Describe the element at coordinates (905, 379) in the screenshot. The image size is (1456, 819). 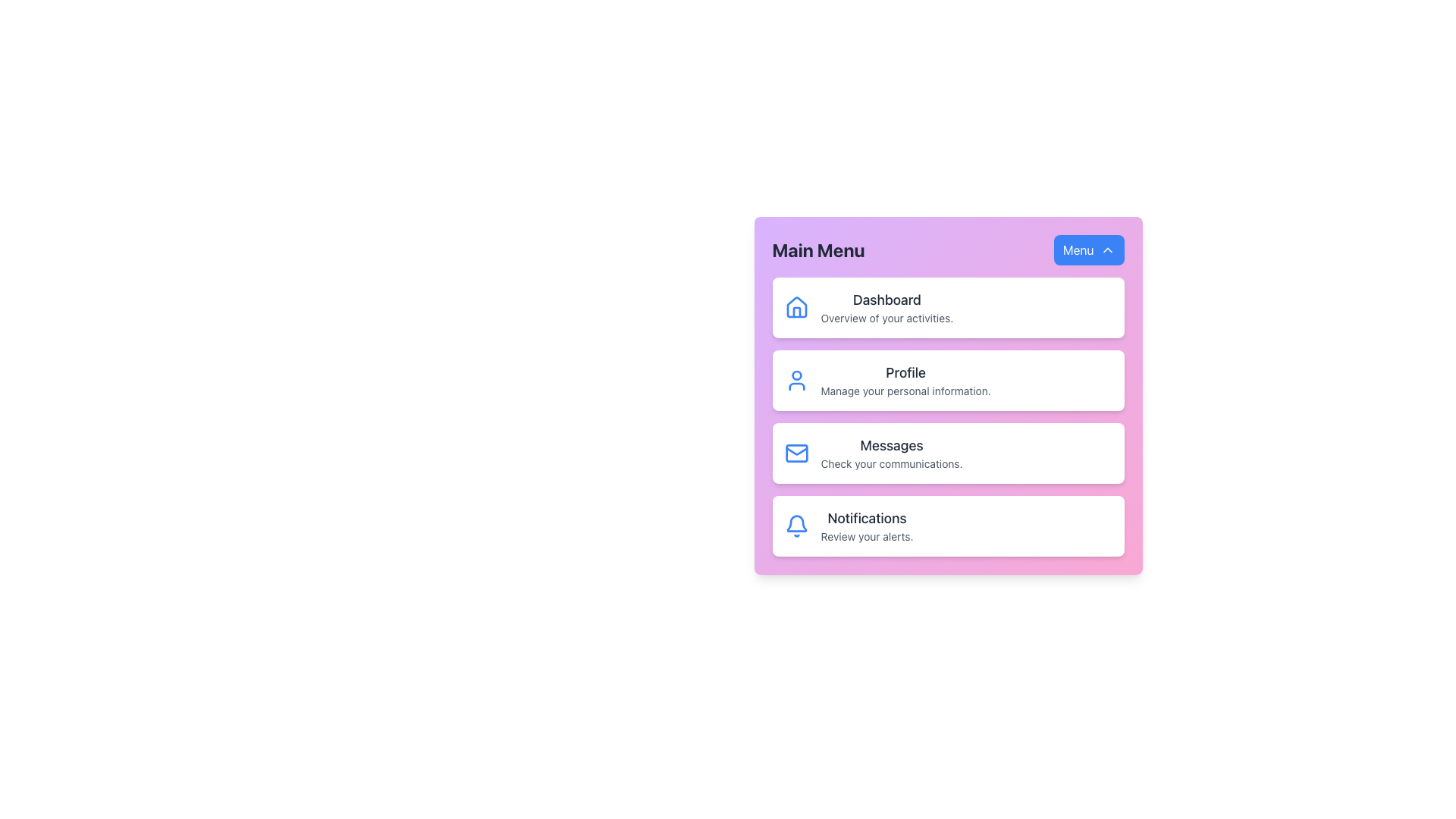
I see `the 'Profile' textual informational component, which features a prominent title and a subtitle, located in the sidebar with a purple gradient background` at that location.